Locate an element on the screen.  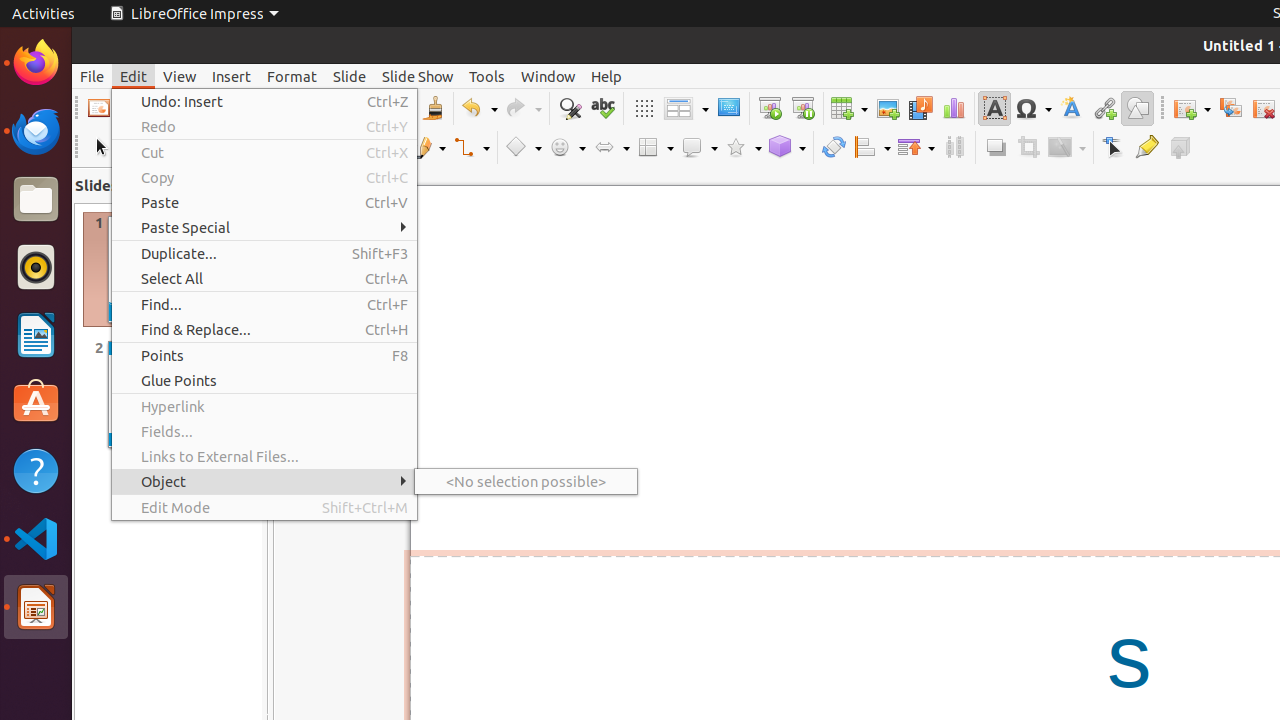
'Hyperlink' is located at coordinates (263, 405).